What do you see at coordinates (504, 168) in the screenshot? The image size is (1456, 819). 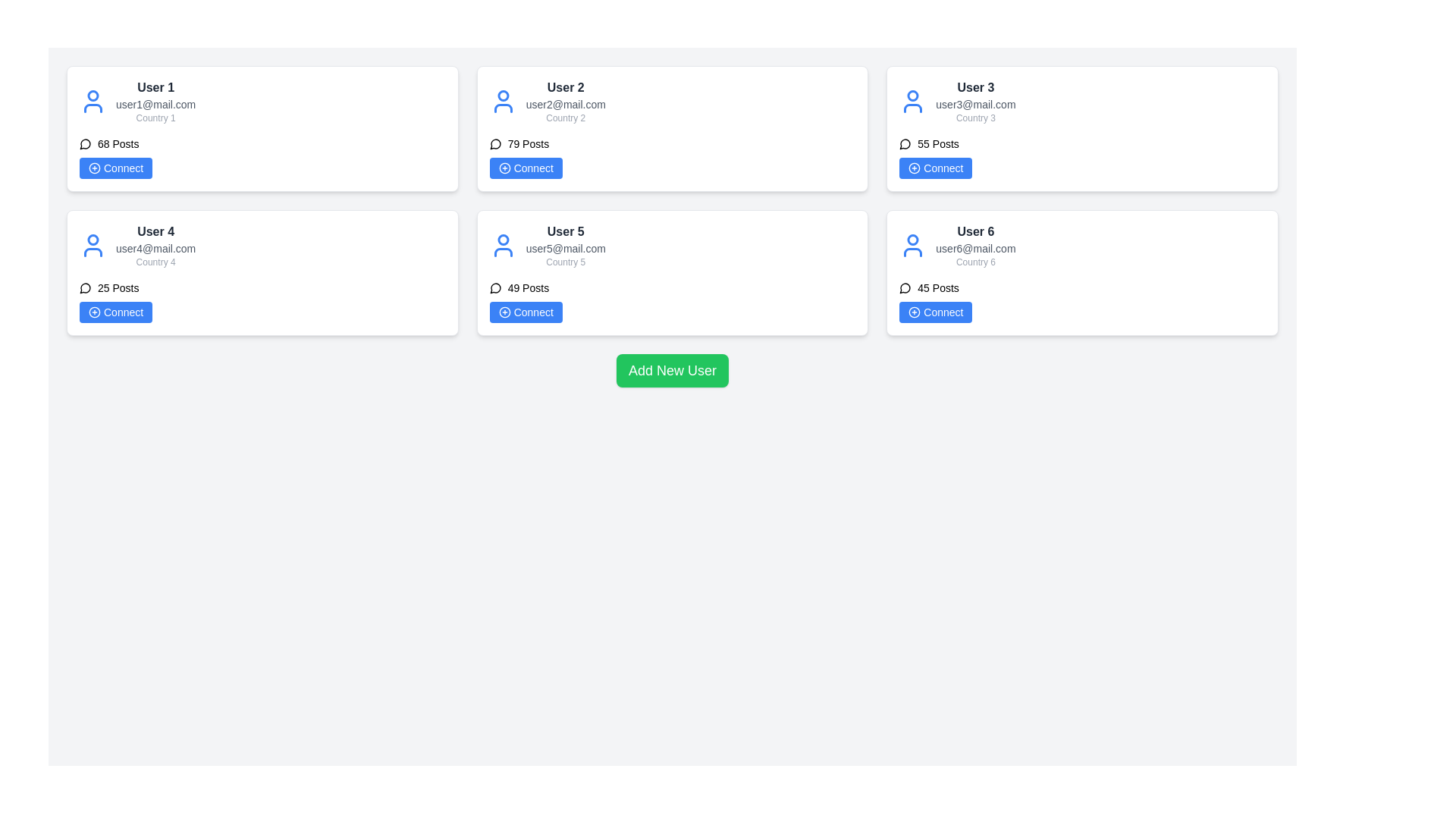 I see `the 'plus' icon located in the user action section of User 2's card, situated in the top-right quadrant of the grid layout` at bounding box center [504, 168].